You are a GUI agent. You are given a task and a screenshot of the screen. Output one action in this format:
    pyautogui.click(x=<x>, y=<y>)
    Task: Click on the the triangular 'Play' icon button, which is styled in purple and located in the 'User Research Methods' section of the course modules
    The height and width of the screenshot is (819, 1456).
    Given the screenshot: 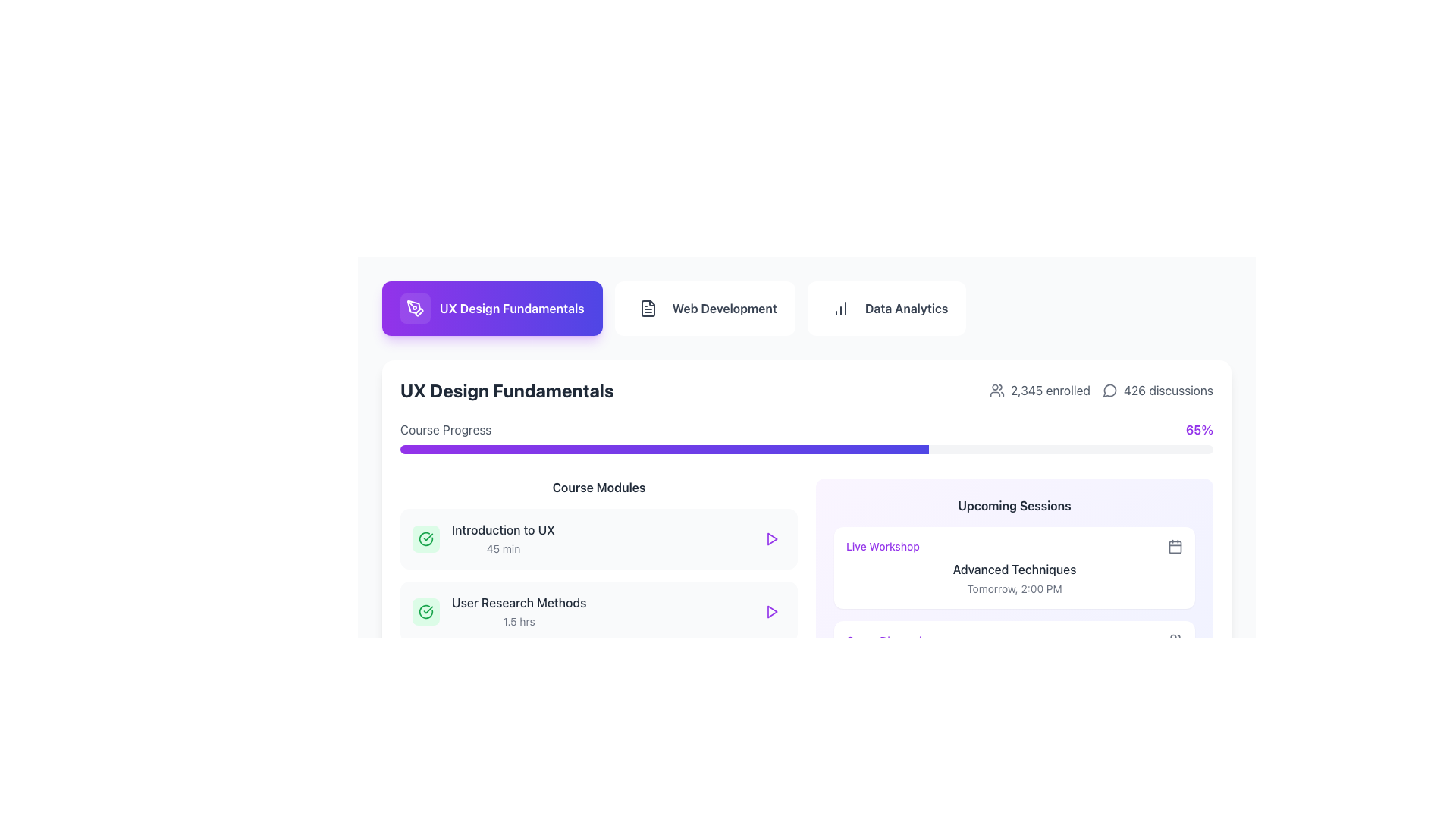 What is the action you would take?
    pyautogui.click(x=772, y=538)
    